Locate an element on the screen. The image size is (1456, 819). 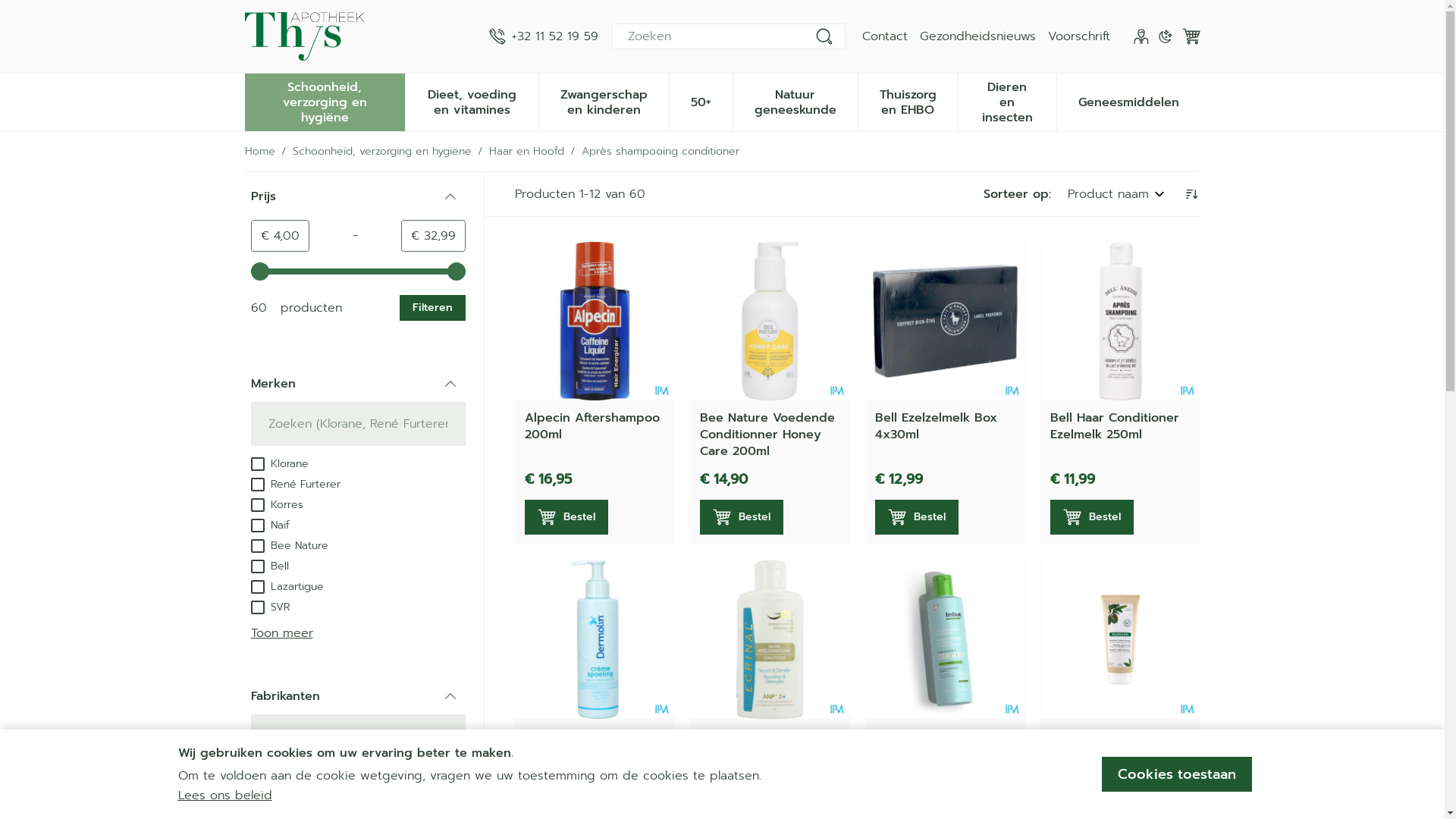
'Winkelwagen' is located at coordinates (1189, 35).